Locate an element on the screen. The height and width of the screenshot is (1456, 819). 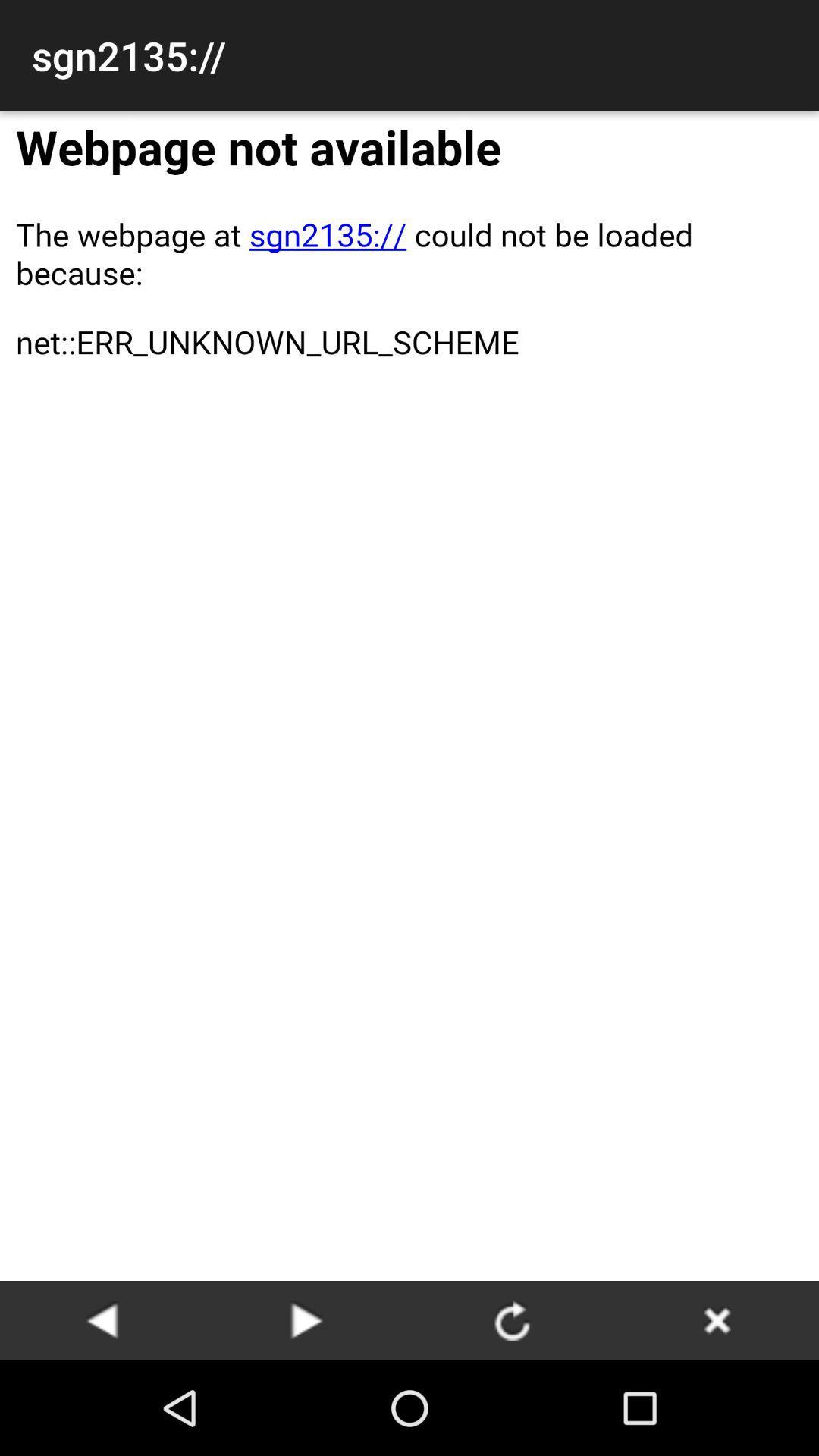
reload is located at coordinates (512, 1319).